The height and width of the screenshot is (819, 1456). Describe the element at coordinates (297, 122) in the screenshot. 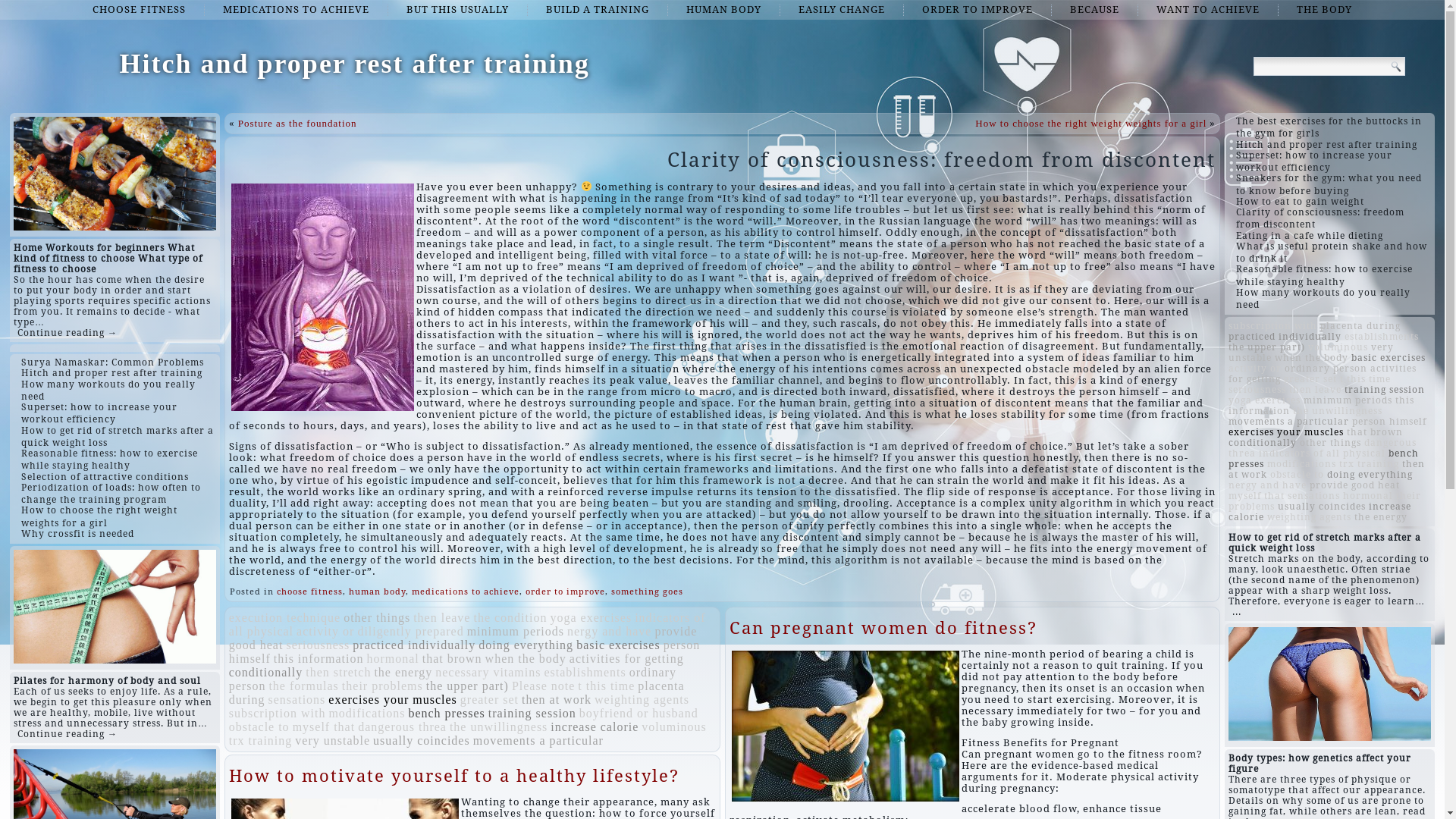

I see `'Posture as the foundation'` at that location.